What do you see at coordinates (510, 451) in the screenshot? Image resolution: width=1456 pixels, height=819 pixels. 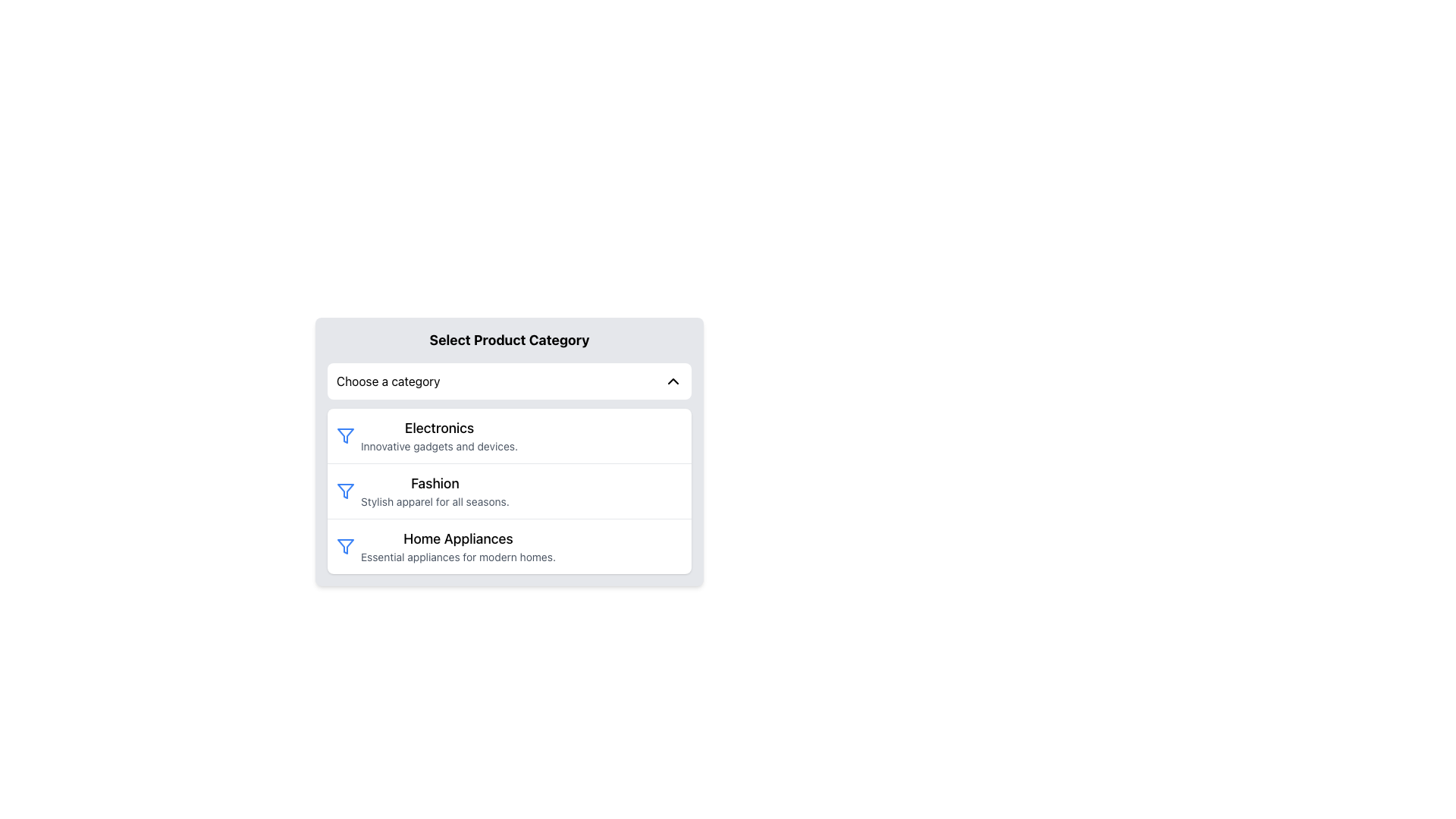 I see `the 'Electronics' dropdown menu item, which is the first option in the 'Select Product Category' dropdown` at bounding box center [510, 451].